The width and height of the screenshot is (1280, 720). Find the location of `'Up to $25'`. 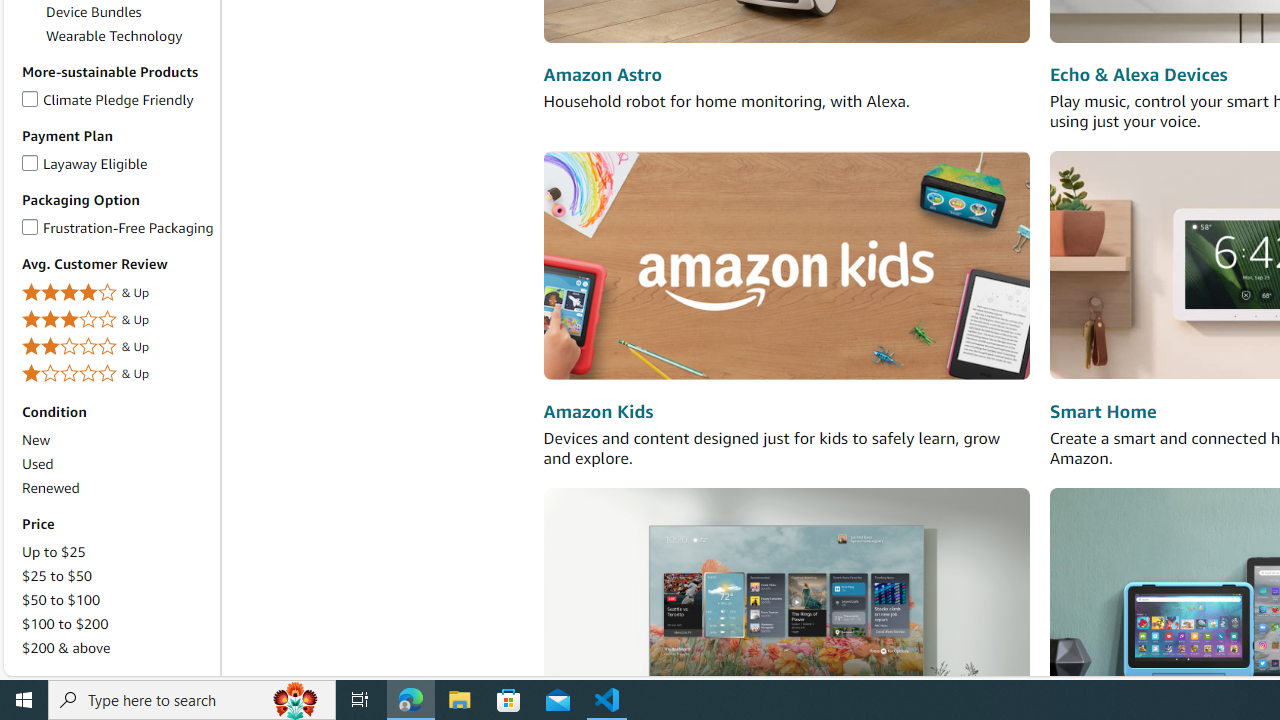

'Up to $25' is located at coordinates (116, 552).